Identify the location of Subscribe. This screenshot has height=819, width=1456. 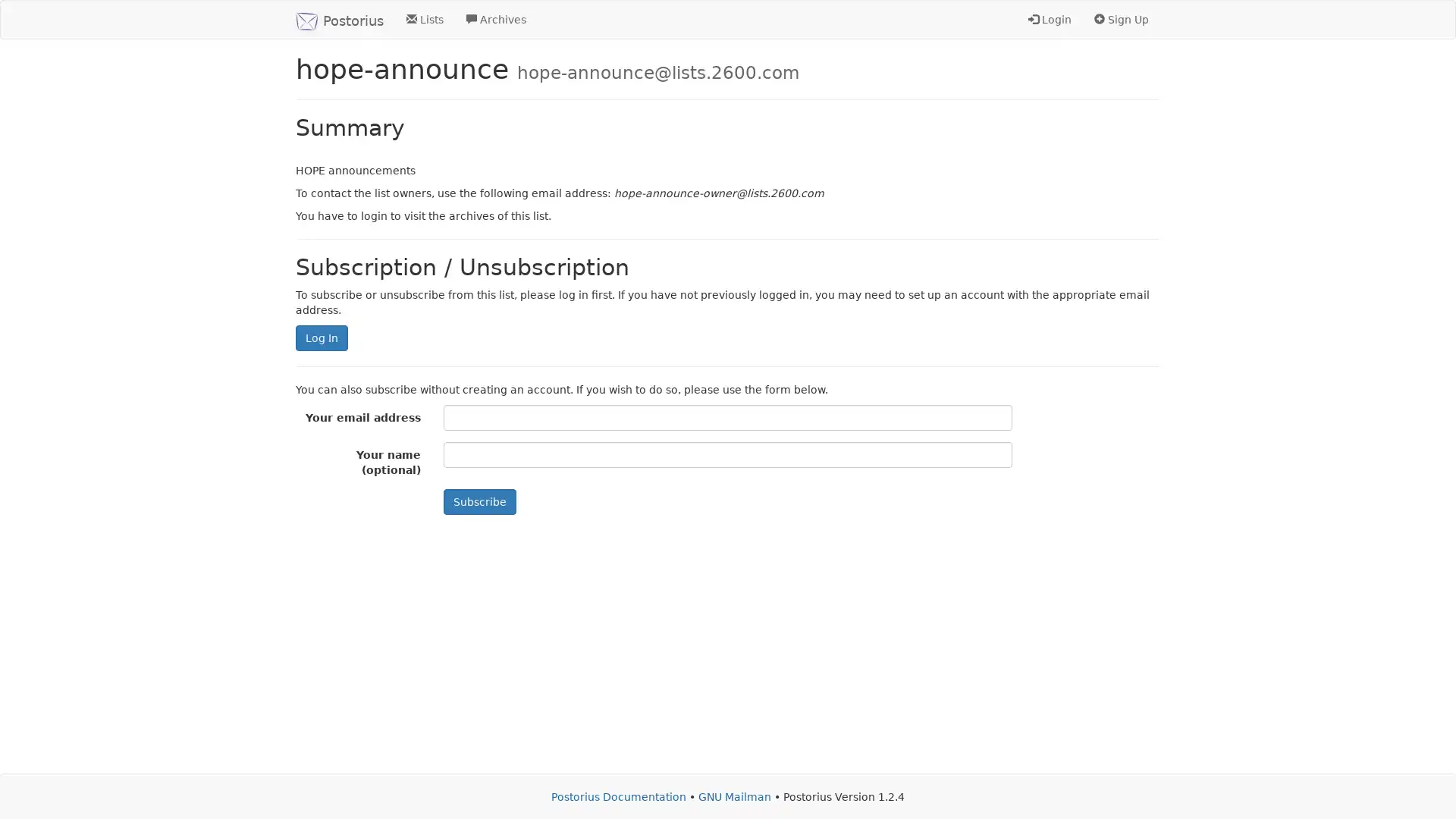
(479, 500).